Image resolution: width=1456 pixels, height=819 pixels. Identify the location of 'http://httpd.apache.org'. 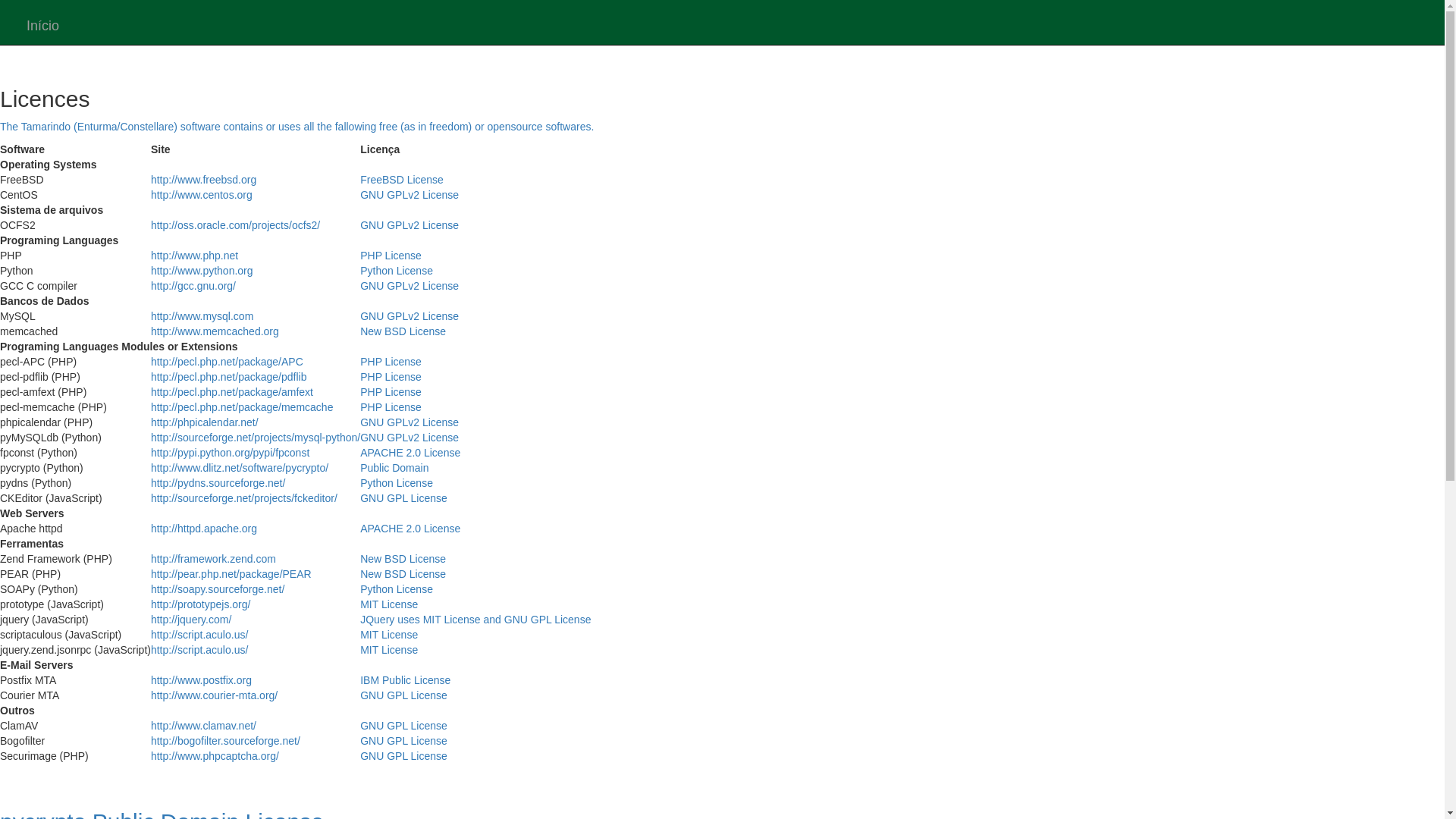
(202, 528).